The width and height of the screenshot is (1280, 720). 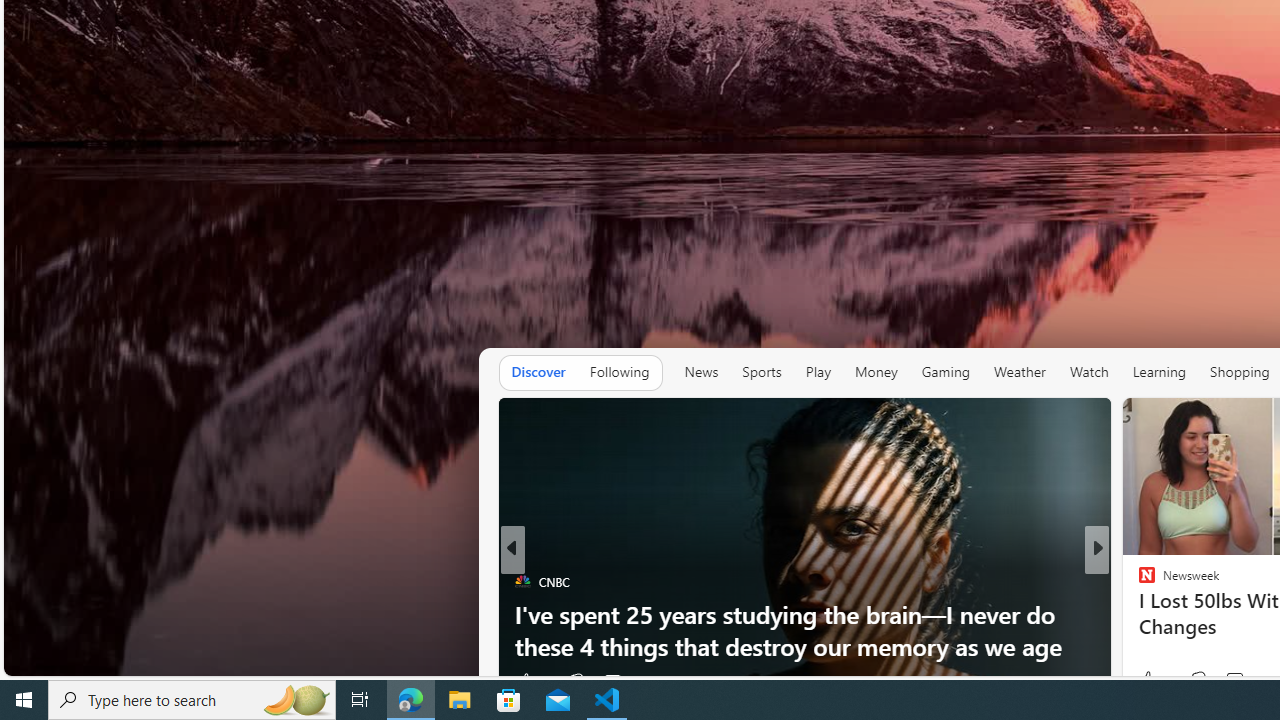 I want to click on 'Yumophile', so click(x=1138, y=613).